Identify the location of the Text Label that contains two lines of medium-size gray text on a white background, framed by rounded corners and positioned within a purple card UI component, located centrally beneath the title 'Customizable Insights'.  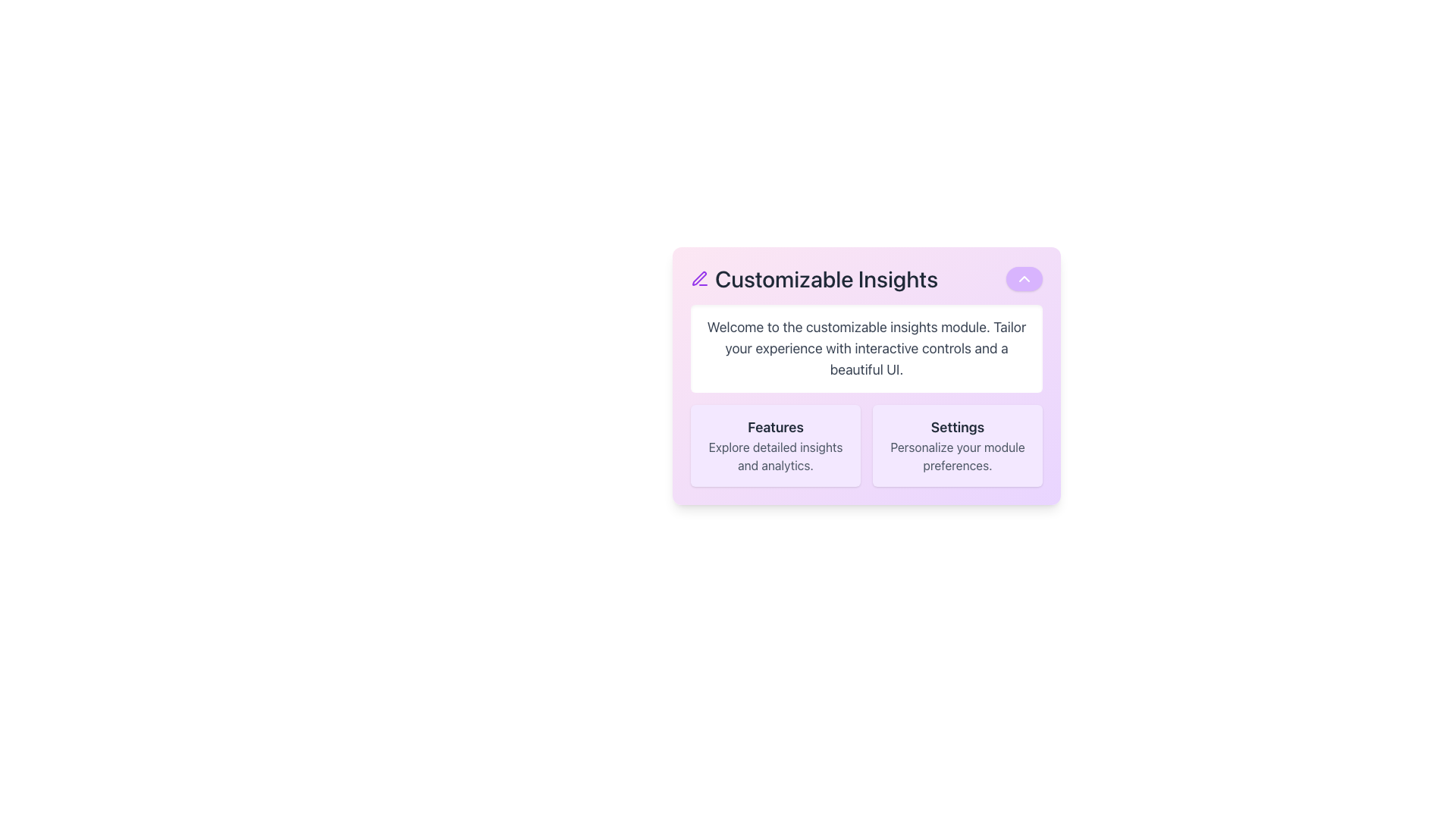
(866, 348).